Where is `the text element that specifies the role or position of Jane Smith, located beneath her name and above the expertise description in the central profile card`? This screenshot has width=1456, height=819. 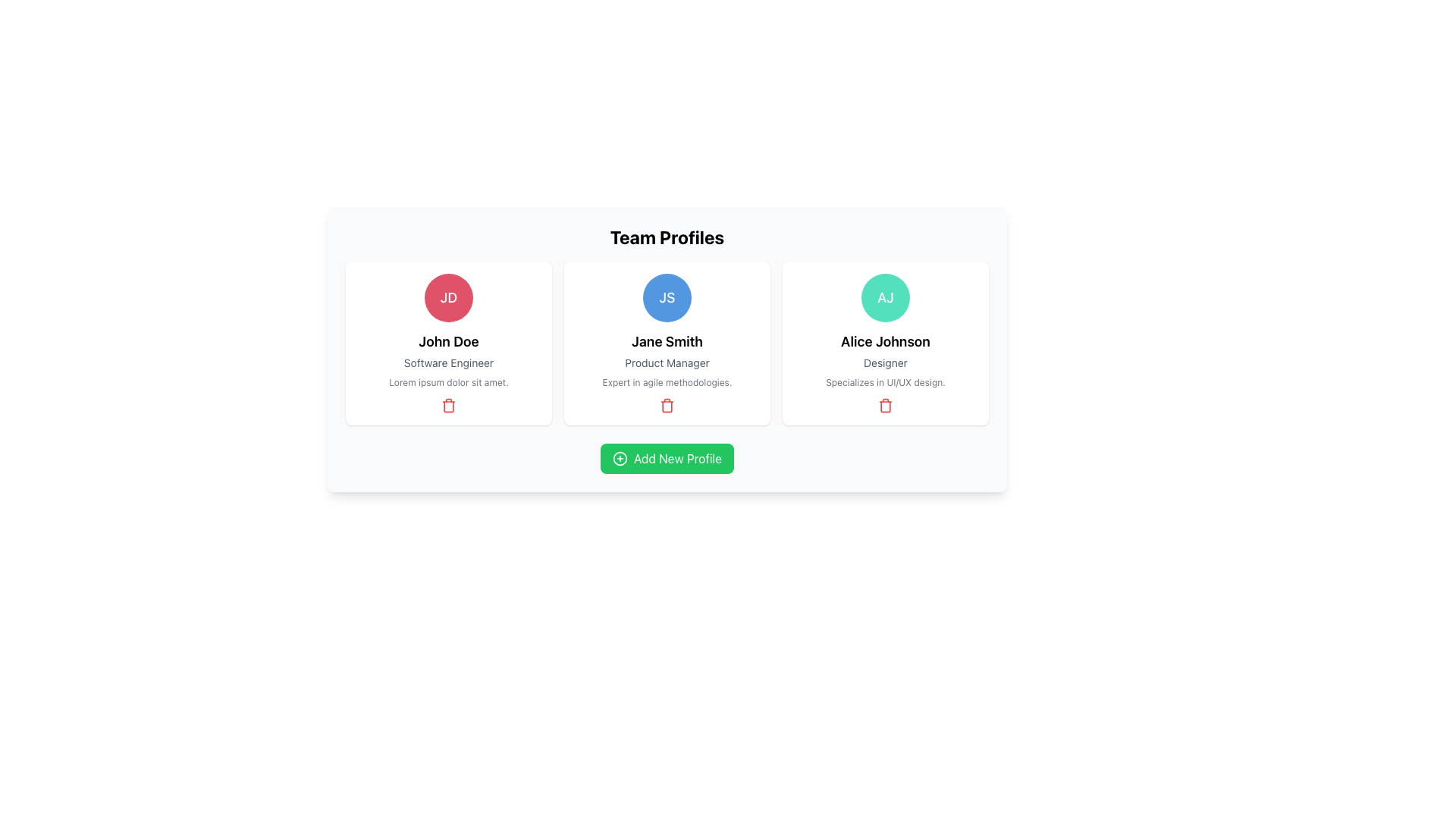
the text element that specifies the role or position of Jane Smith, located beneath her name and above the expertise description in the central profile card is located at coordinates (667, 362).